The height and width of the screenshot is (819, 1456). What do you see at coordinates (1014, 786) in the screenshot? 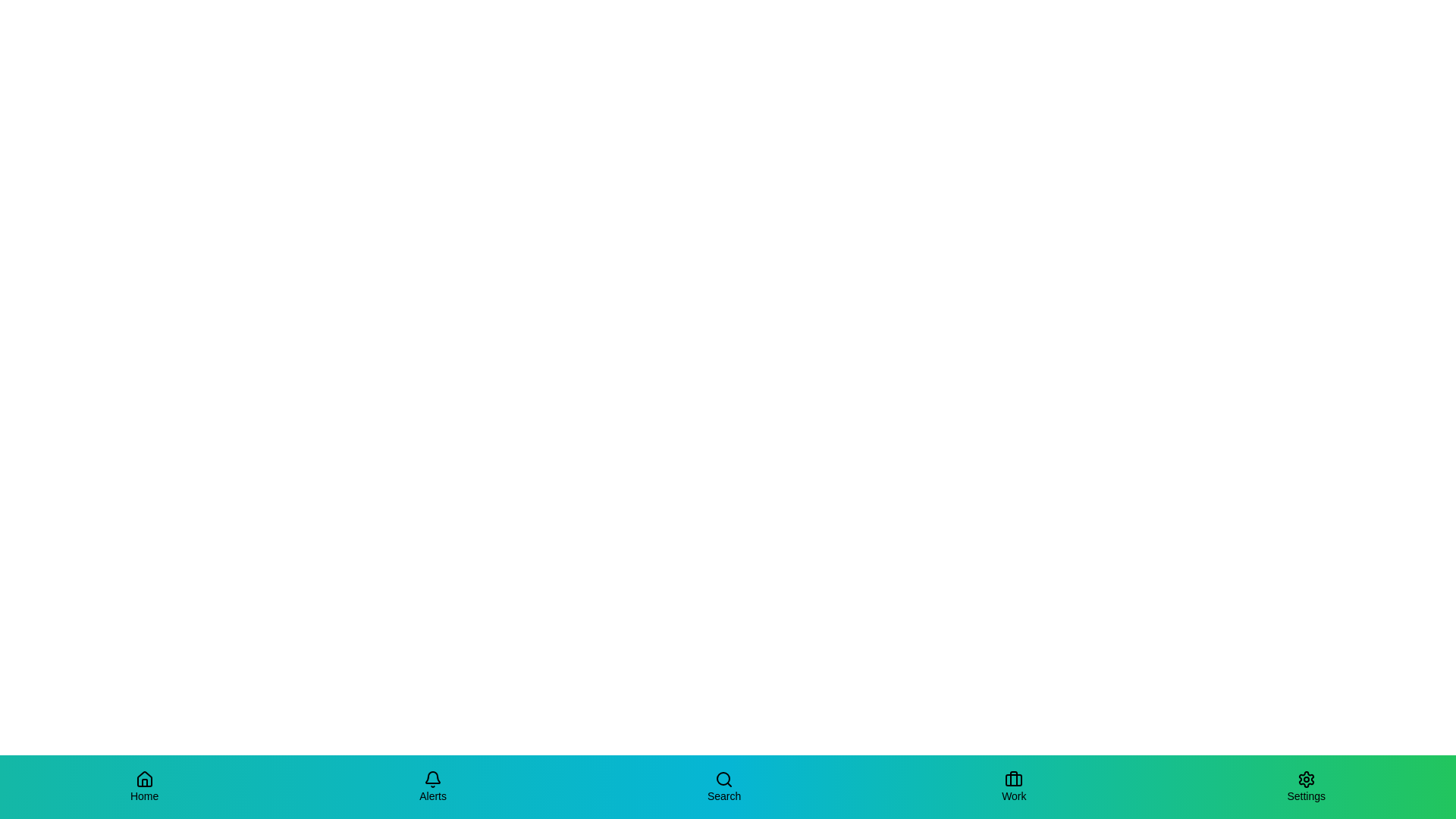
I see `the Work tab in the bottom navigation bar` at bounding box center [1014, 786].